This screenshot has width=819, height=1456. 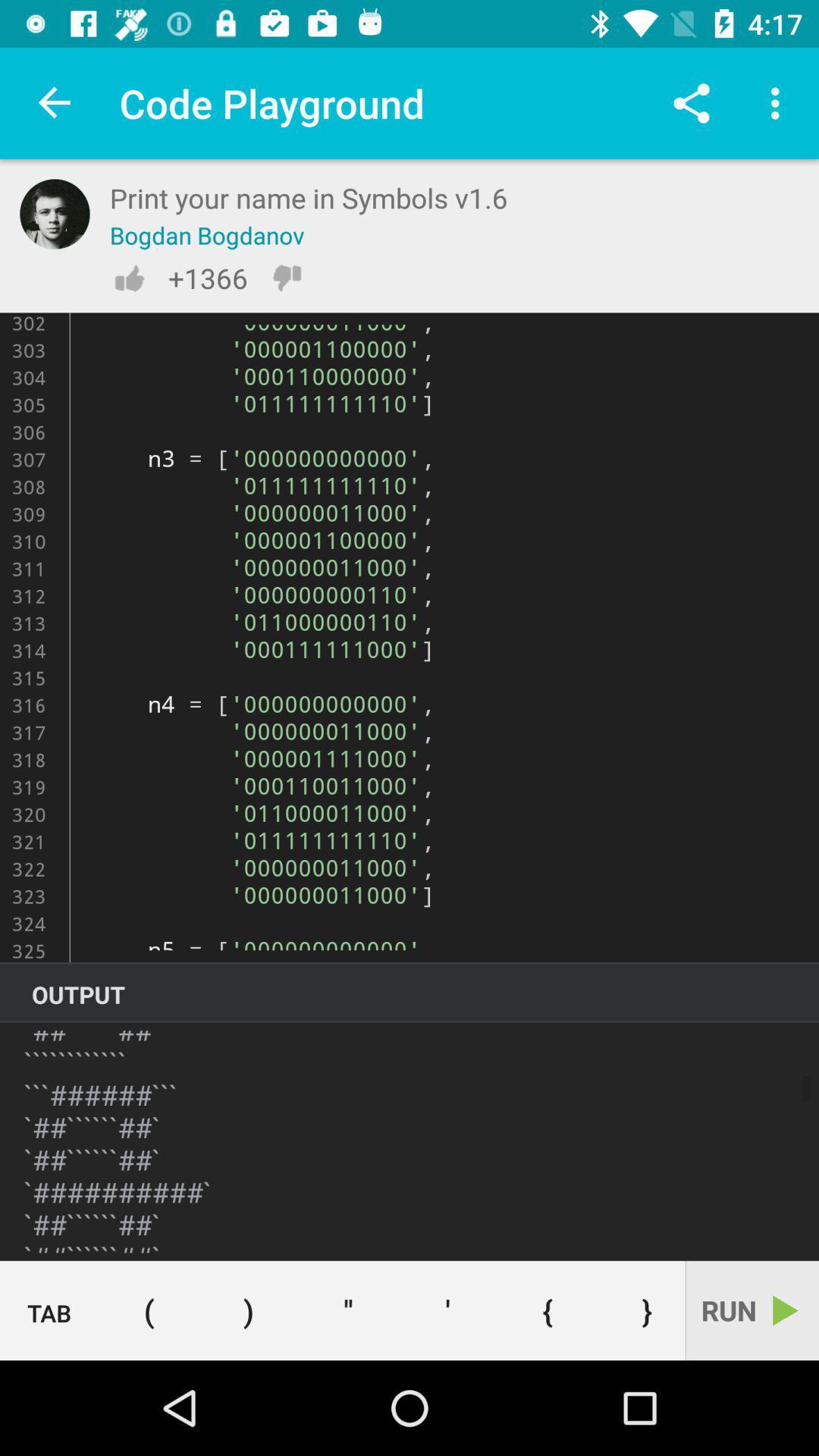 I want to click on the thumbs_down icon, so click(x=287, y=278).